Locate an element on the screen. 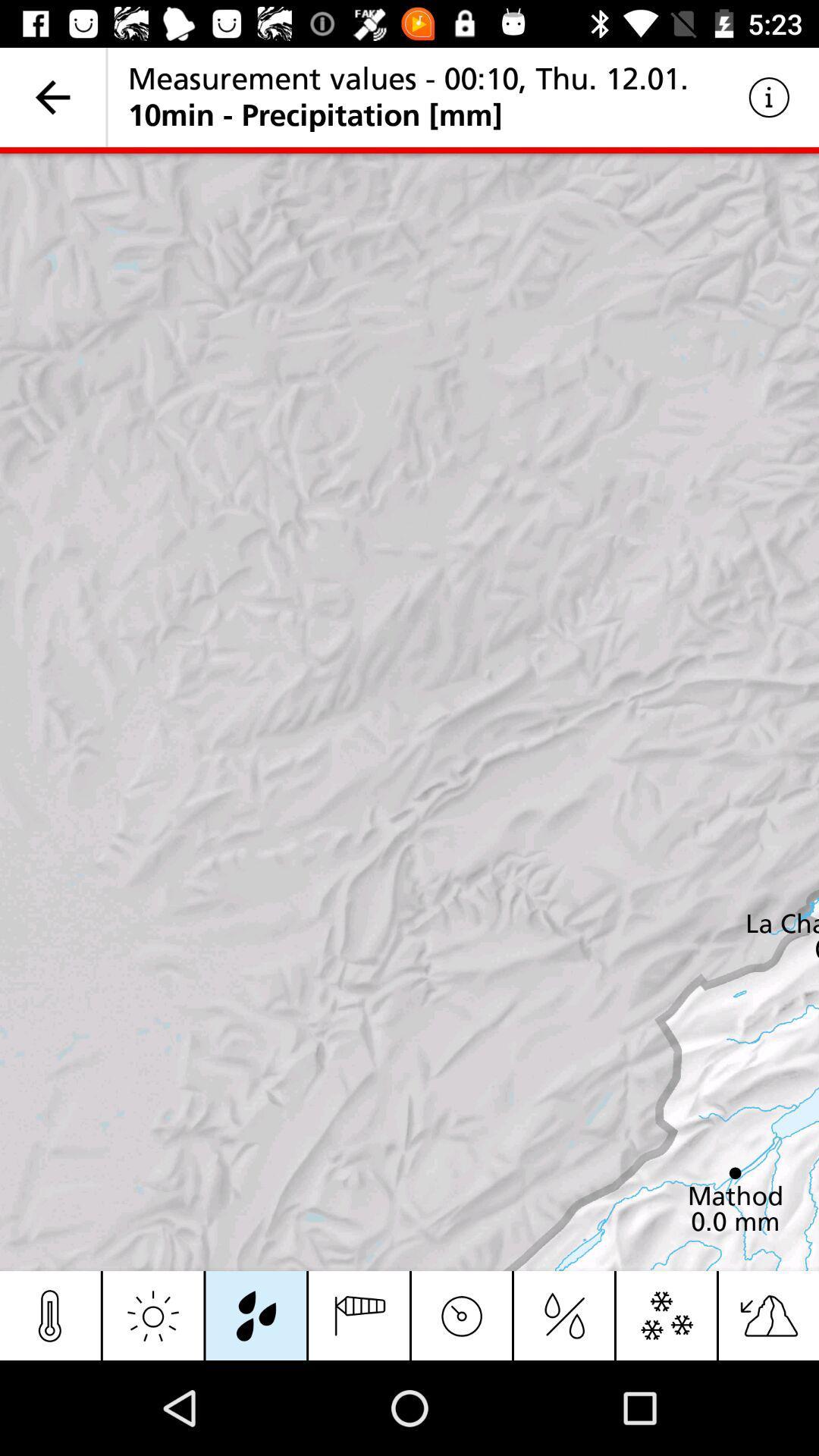 This screenshot has width=819, height=1456. item next to measurement values 00 item is located at coordinates (52, 96).